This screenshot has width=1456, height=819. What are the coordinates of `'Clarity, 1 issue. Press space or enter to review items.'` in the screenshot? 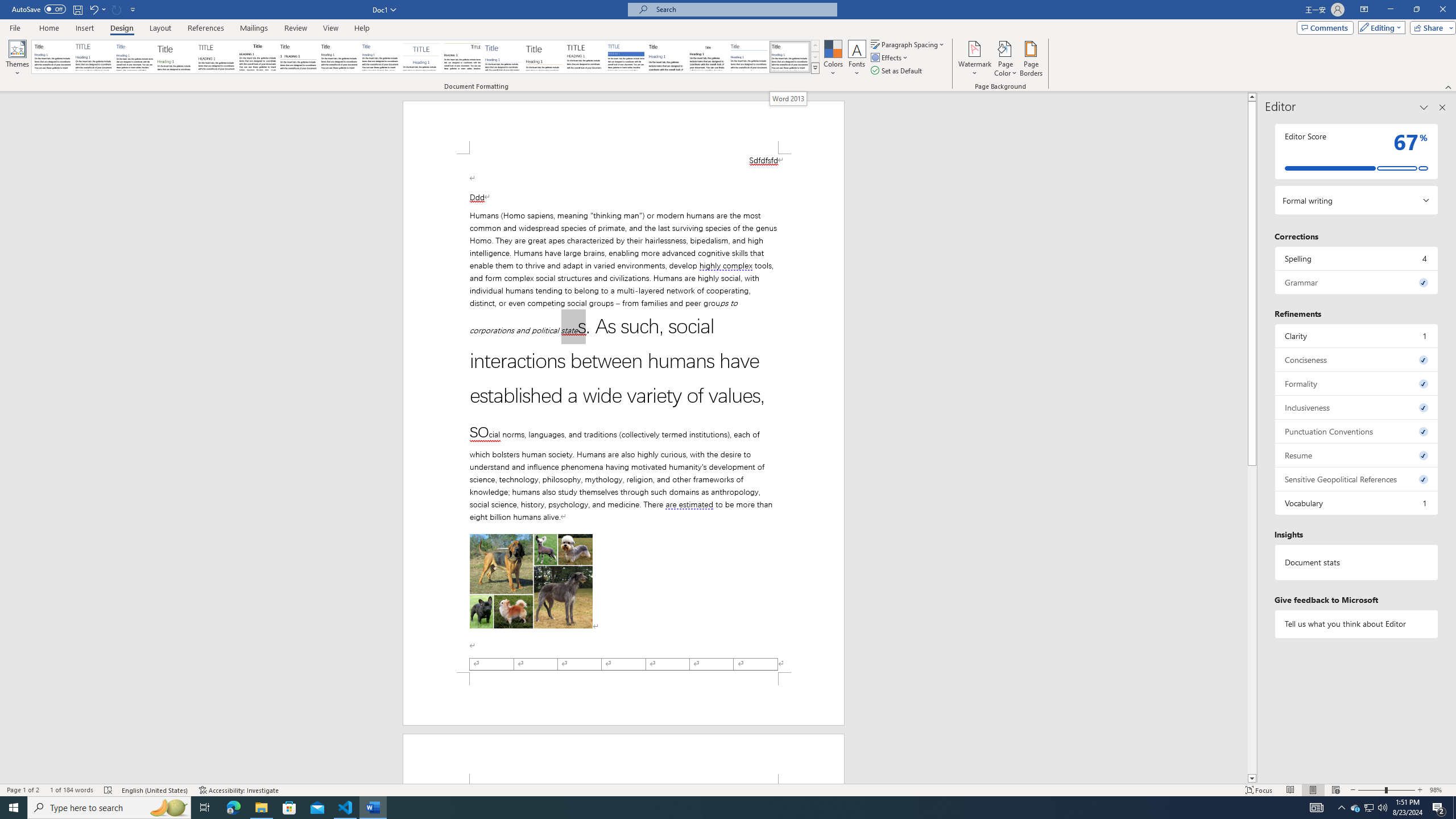 It's located at (1356, 335).